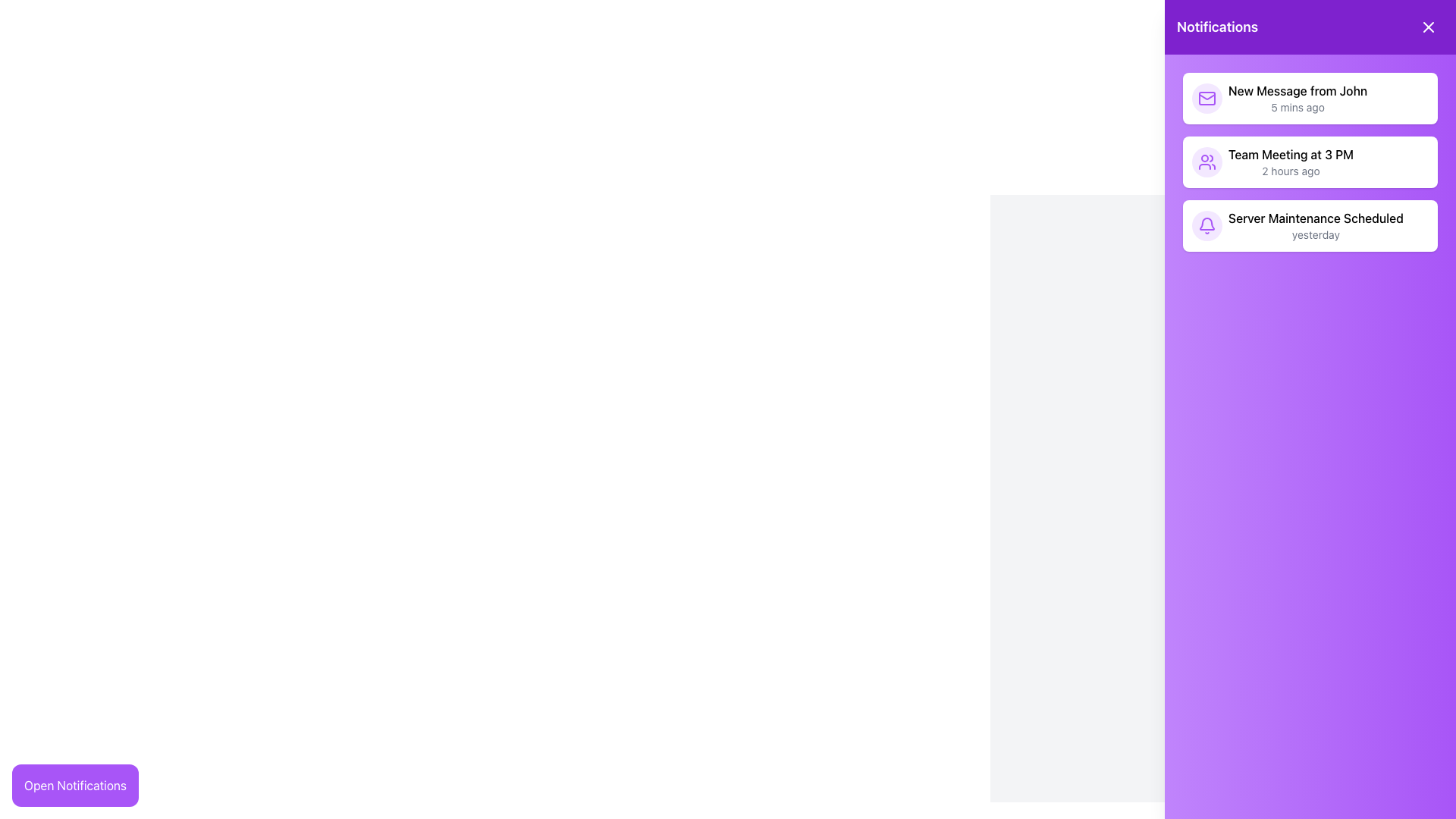  What do you see at coordinates (1207, 99) in the screenshot?
I see `the purple and white mail icon associated with the 'New Message from John' notification` at bounding box center [1207, 99].